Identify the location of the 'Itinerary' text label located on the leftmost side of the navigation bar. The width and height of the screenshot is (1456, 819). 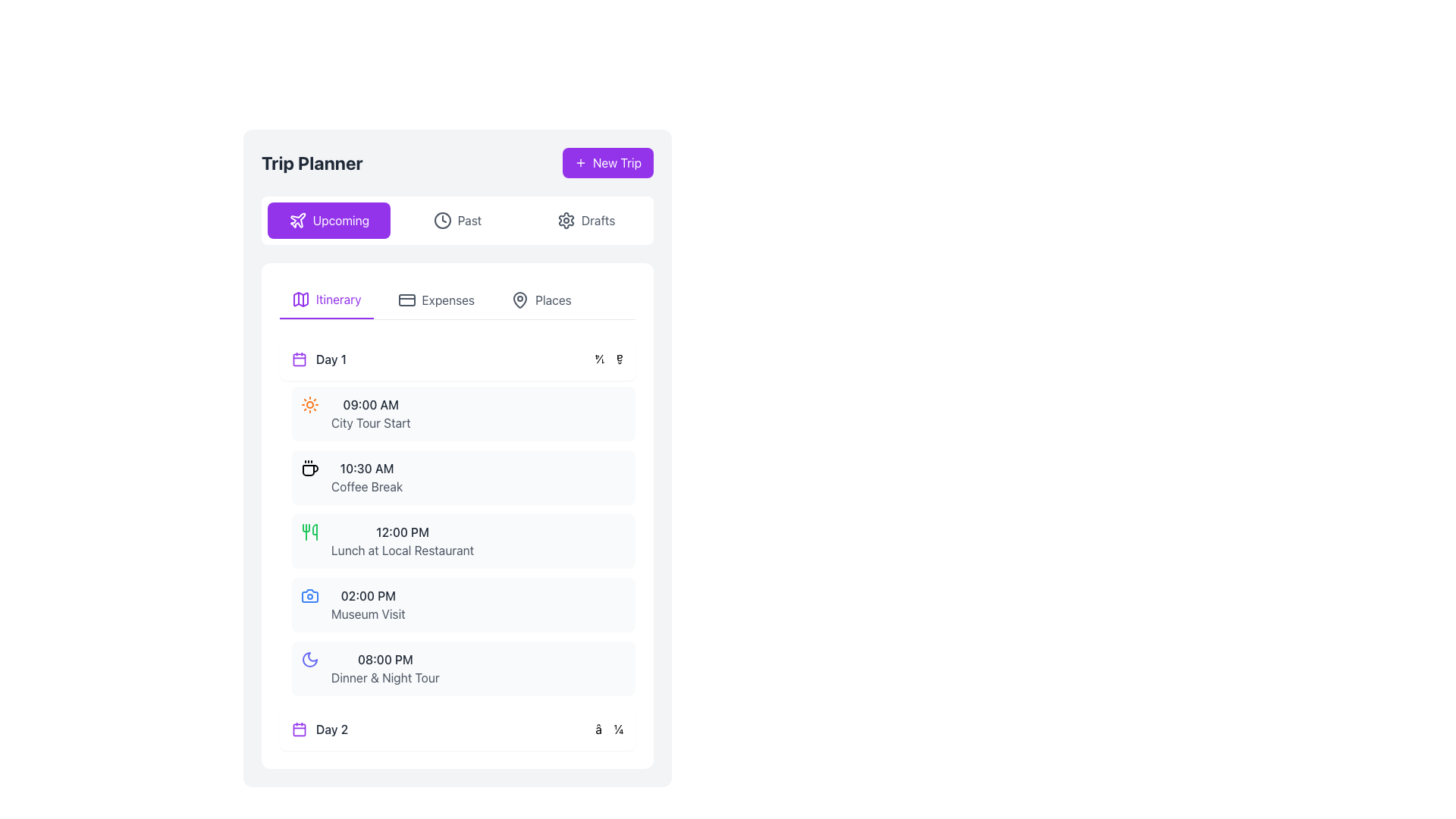
(337, 299).